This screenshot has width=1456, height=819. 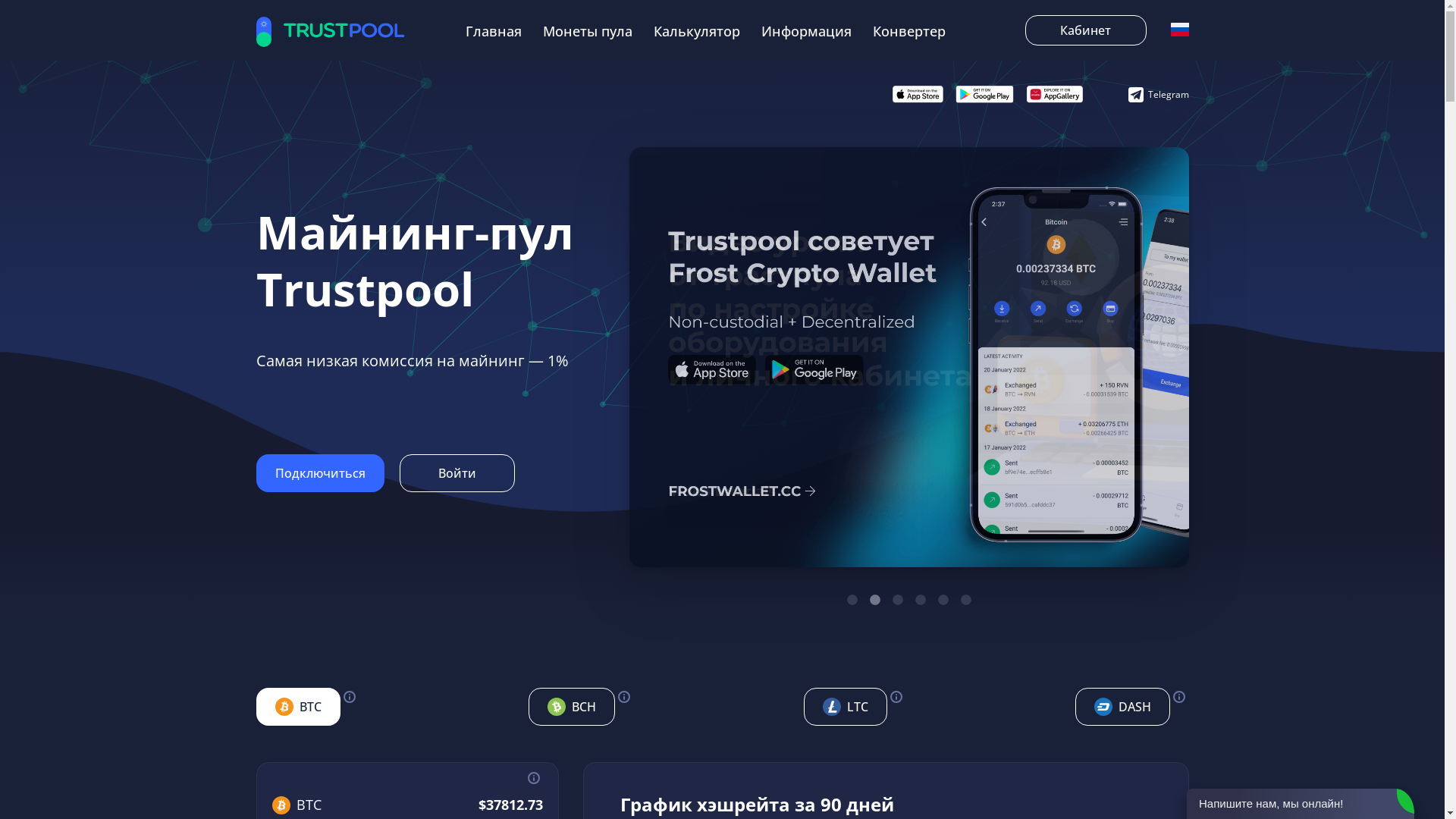 I want to click on '5', so click(x=942, y=599).